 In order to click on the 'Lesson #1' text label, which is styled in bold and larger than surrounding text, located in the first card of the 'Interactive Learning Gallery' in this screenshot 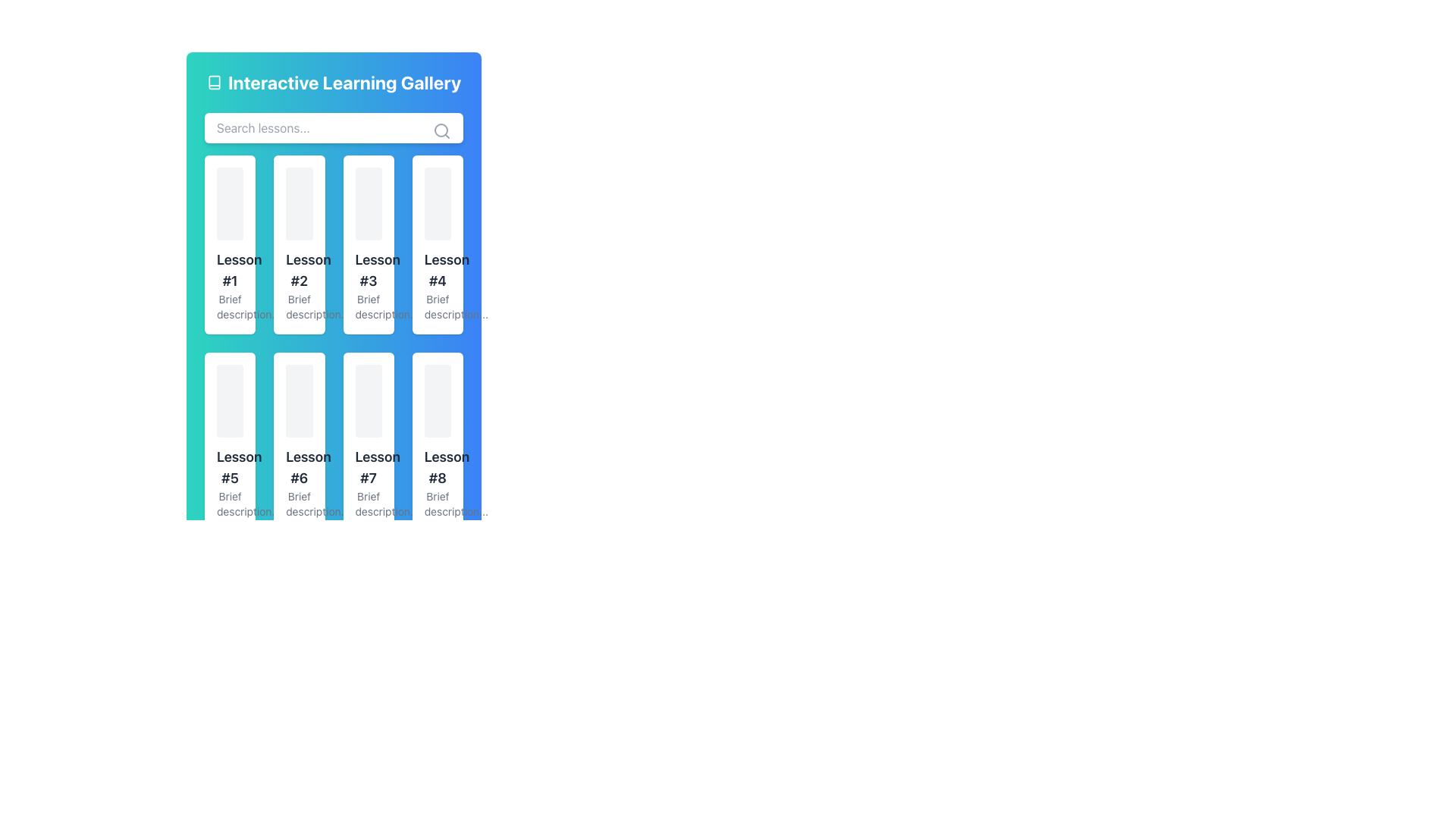, I will do `click(229, 270)`.